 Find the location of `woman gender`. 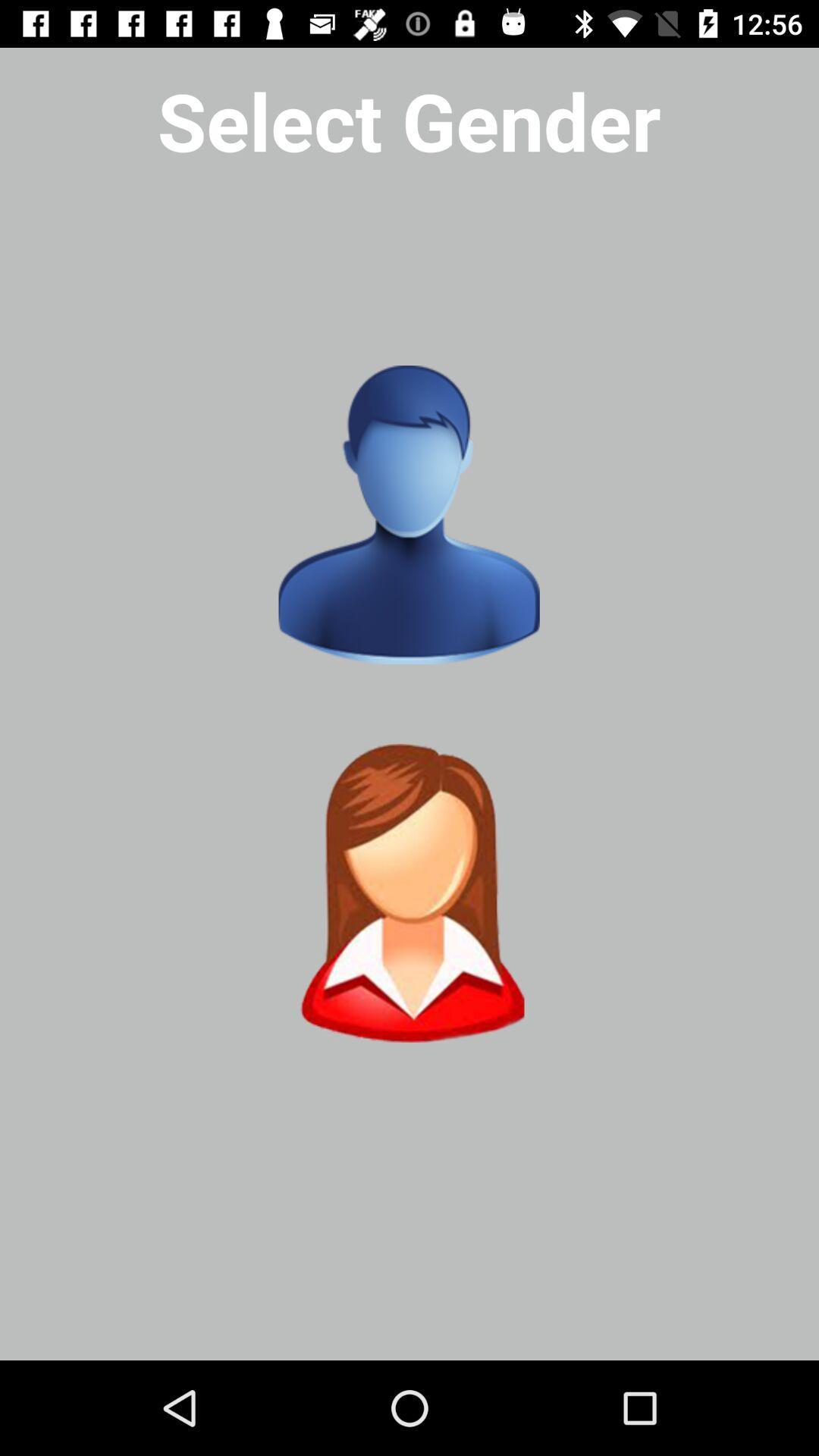

woman gender is located at coordinates (408, 893).